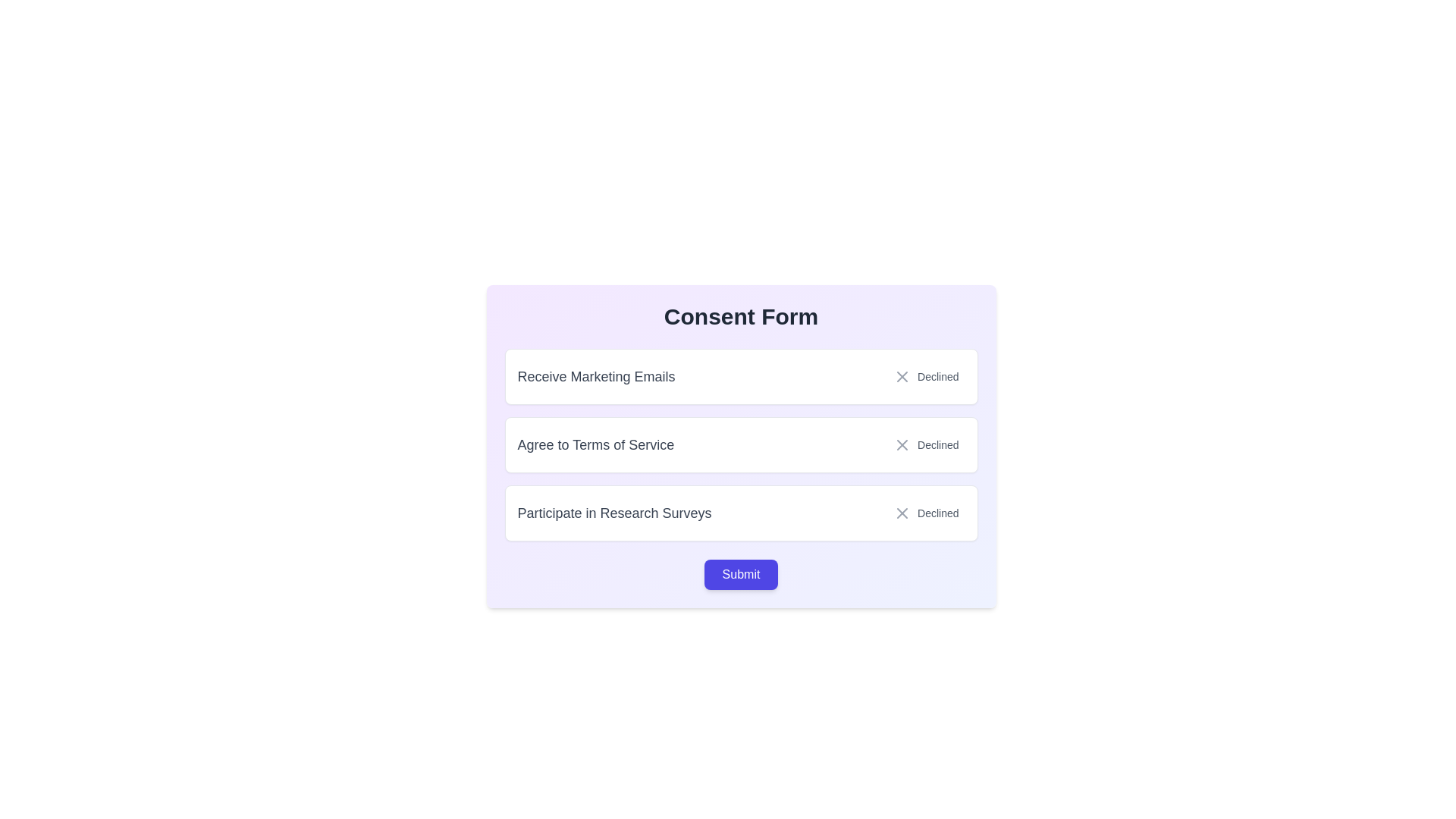  What do you see at coordinates (614, 513) in the screenshot?
I see `the descriptive text label located at the bottom of the three vertically stacked cards, which provides information about the associated option` at bounding box center [614, 513].